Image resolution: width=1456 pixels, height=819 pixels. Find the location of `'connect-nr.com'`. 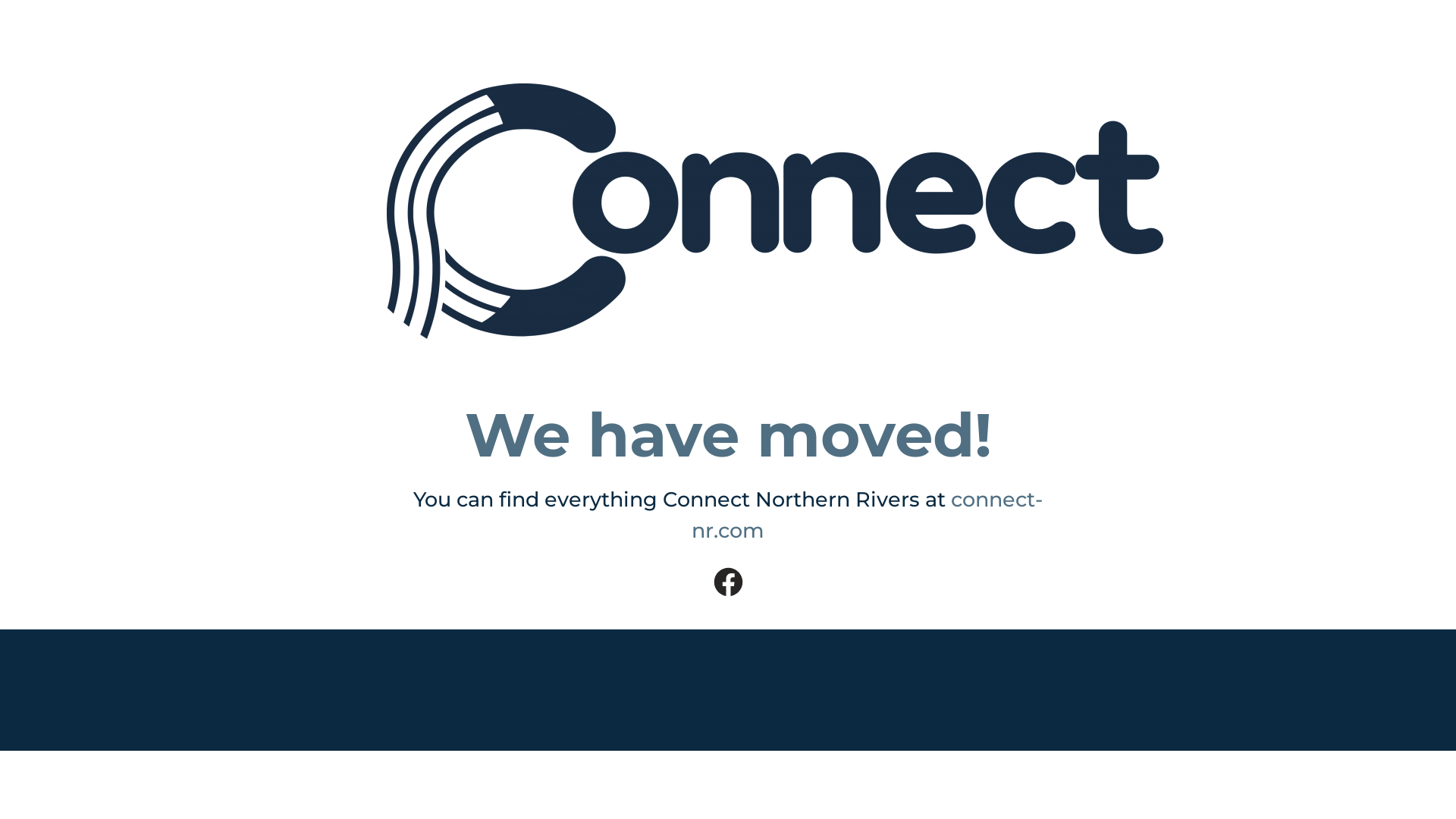

'connect-nr.com' is located at coordinates (867, 513).